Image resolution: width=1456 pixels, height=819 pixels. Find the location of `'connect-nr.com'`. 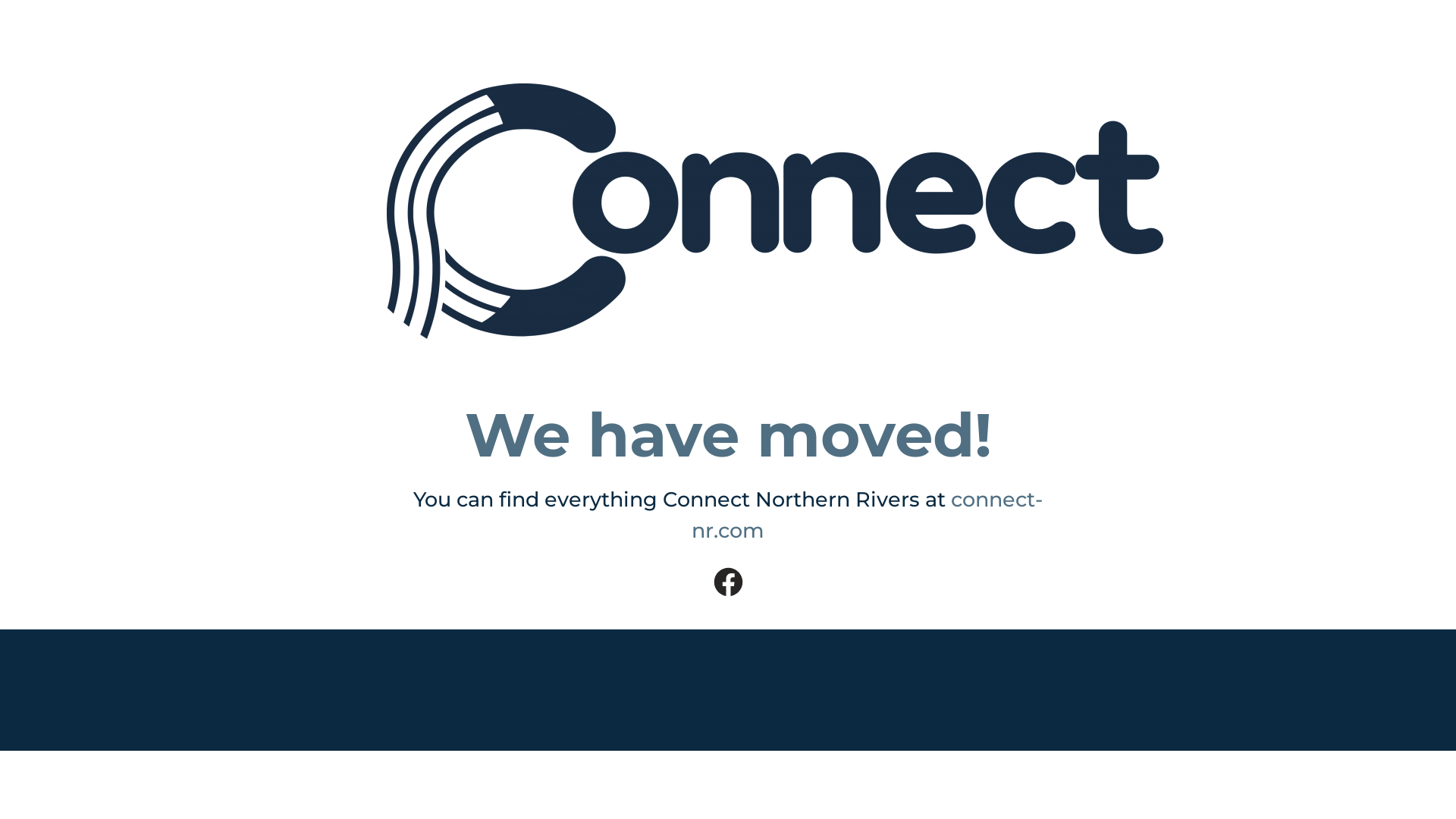

'connect-nr.com' is located at coordinates (867, 513).